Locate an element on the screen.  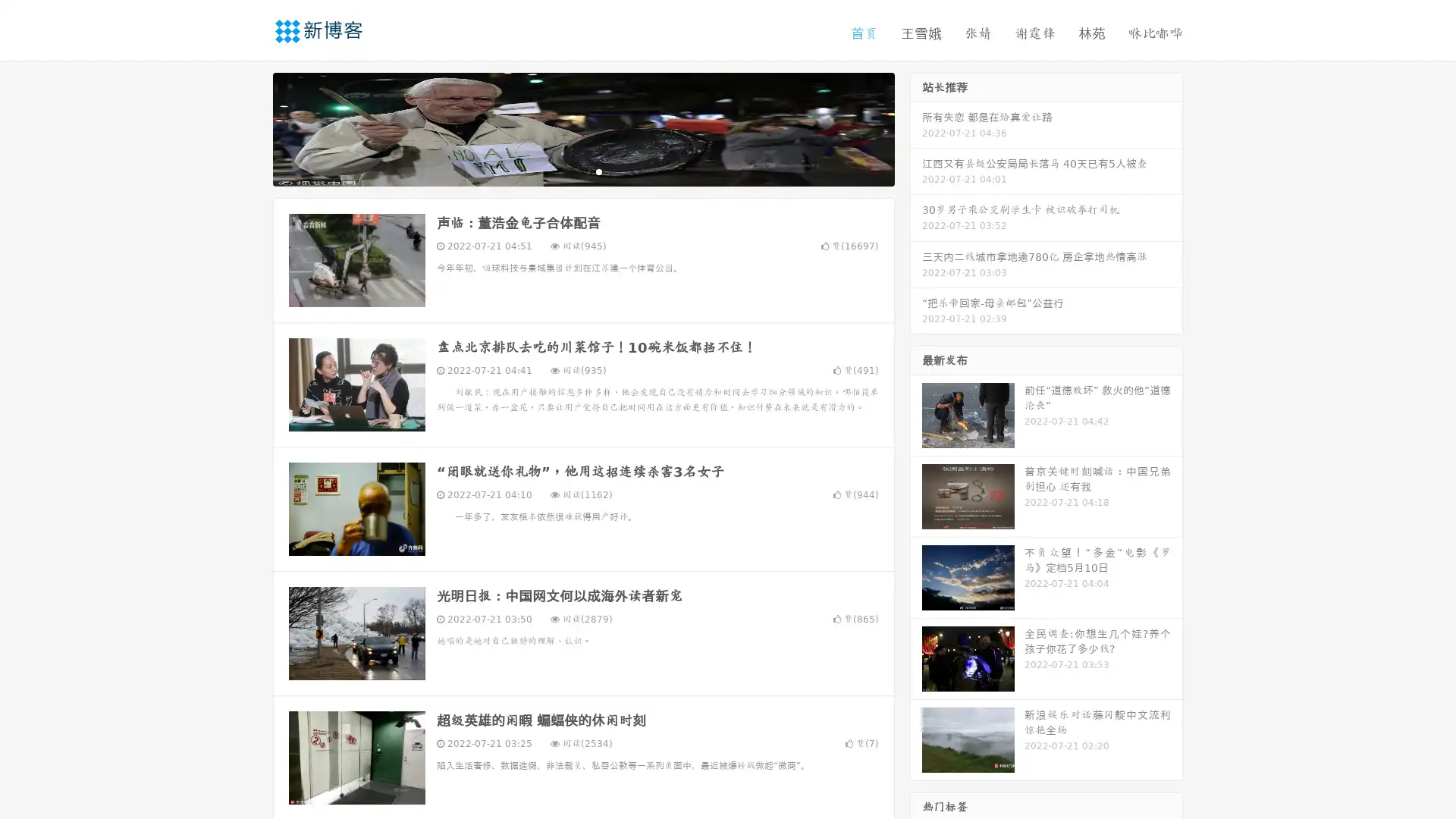
Go to slide 2 is located at coordinates (582, 171).